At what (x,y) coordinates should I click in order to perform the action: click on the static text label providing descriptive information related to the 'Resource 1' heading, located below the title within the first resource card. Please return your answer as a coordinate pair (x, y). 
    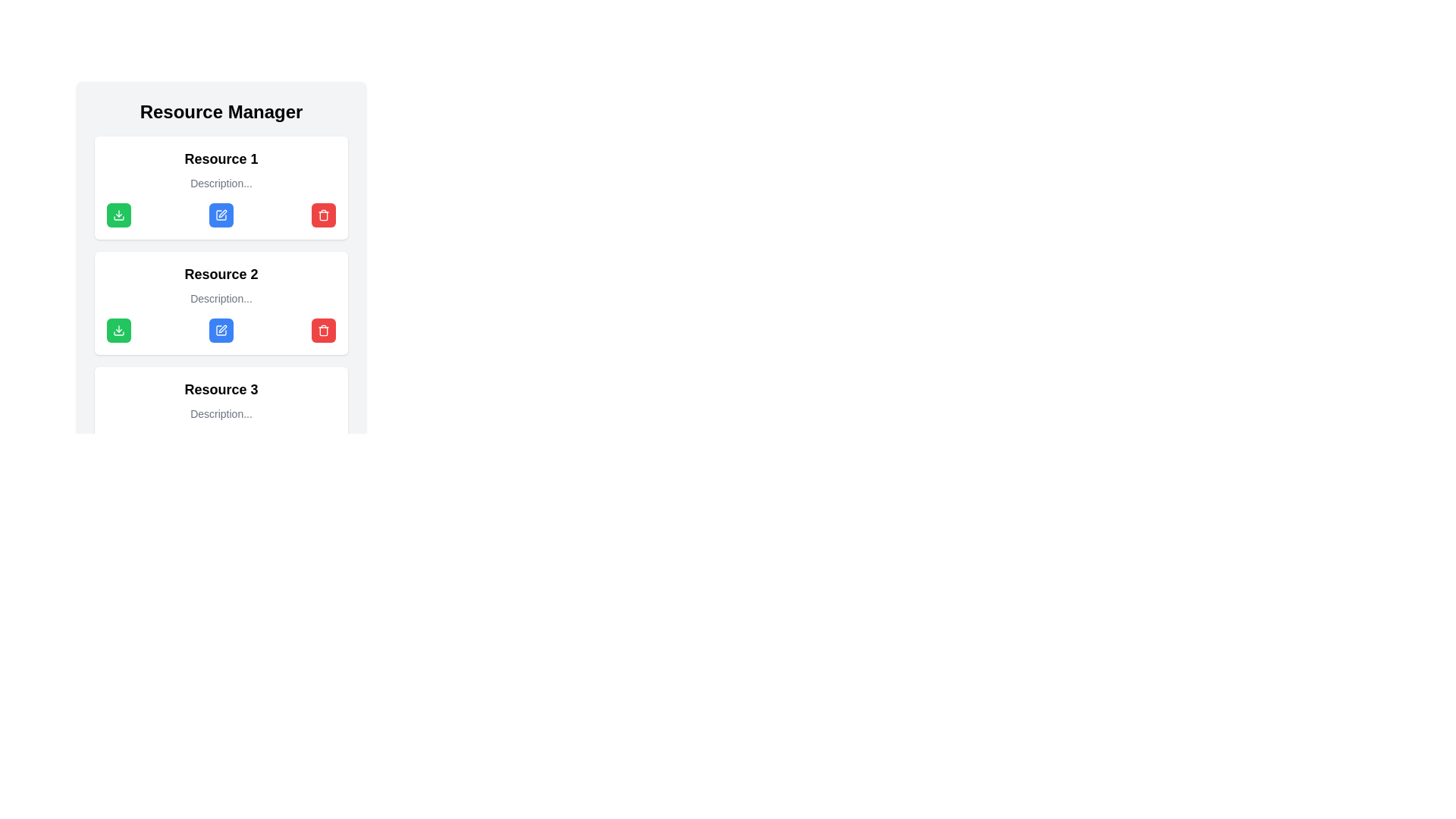
    Looking at the image, I should click on (221, 183).